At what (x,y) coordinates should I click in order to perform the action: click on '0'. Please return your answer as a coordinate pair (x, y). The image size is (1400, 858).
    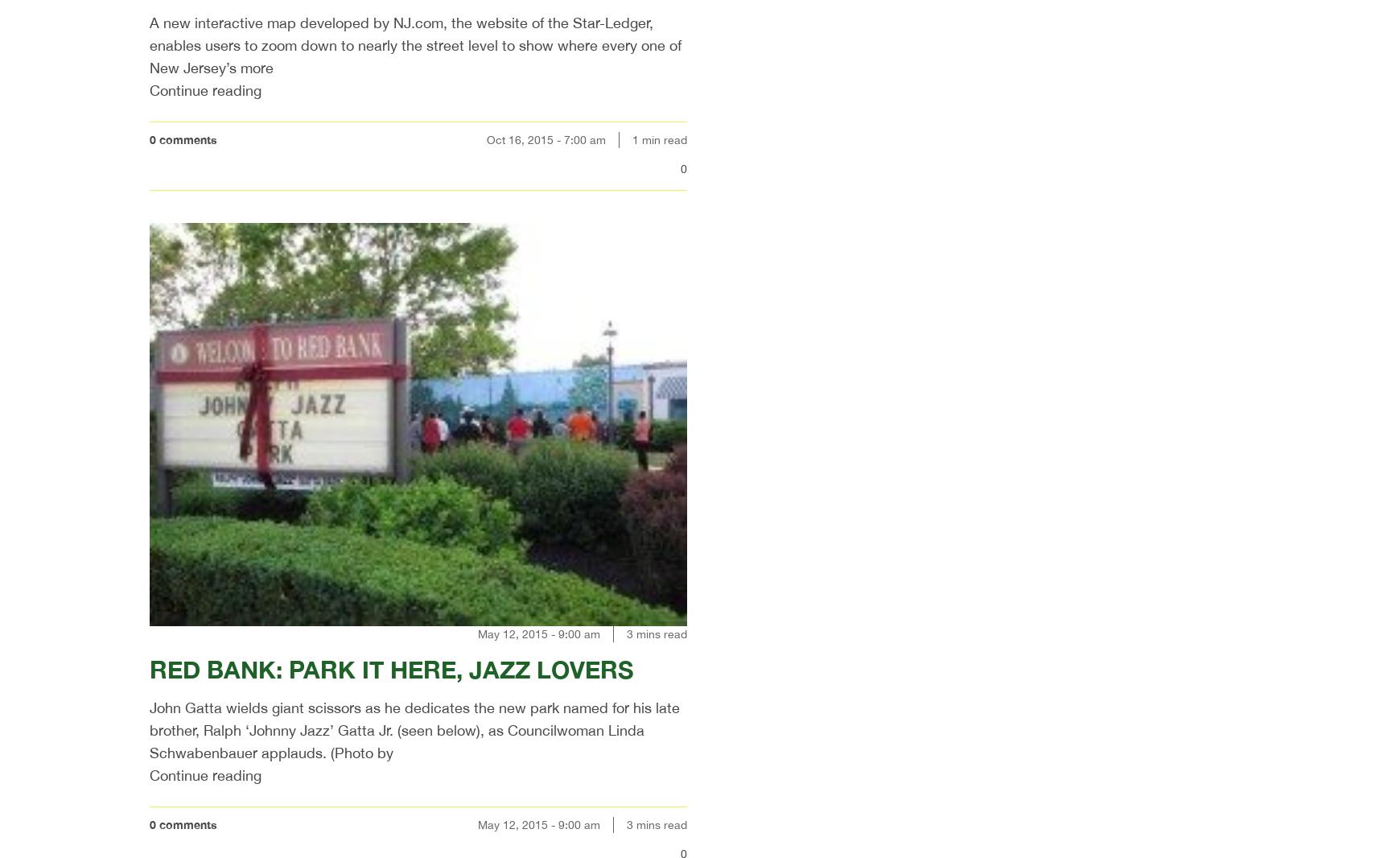
    Looking at the image, I should click on (683, 168).